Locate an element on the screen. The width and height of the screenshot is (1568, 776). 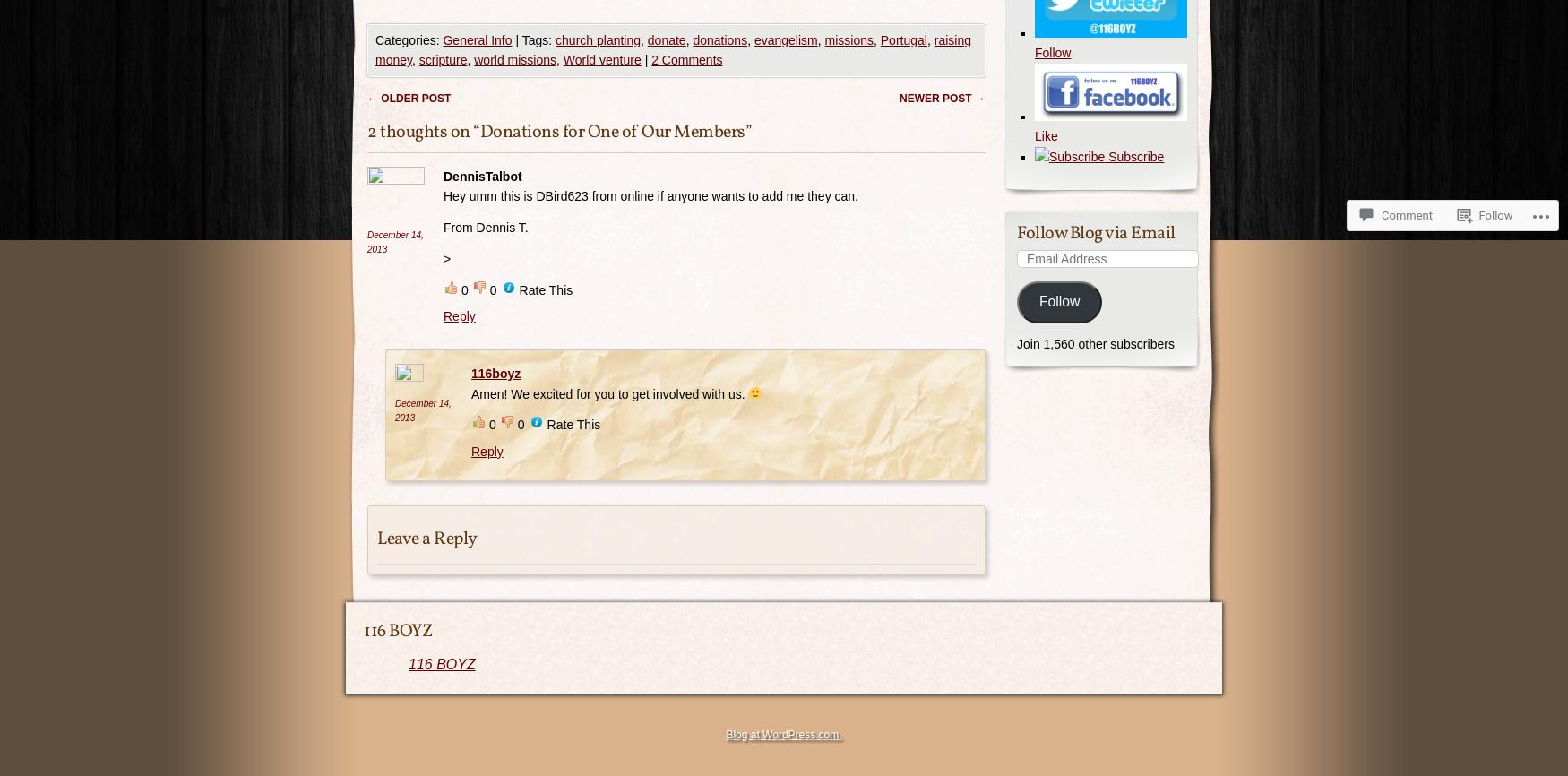
'2 thoughts on “' is located at coordinates (423, 131).